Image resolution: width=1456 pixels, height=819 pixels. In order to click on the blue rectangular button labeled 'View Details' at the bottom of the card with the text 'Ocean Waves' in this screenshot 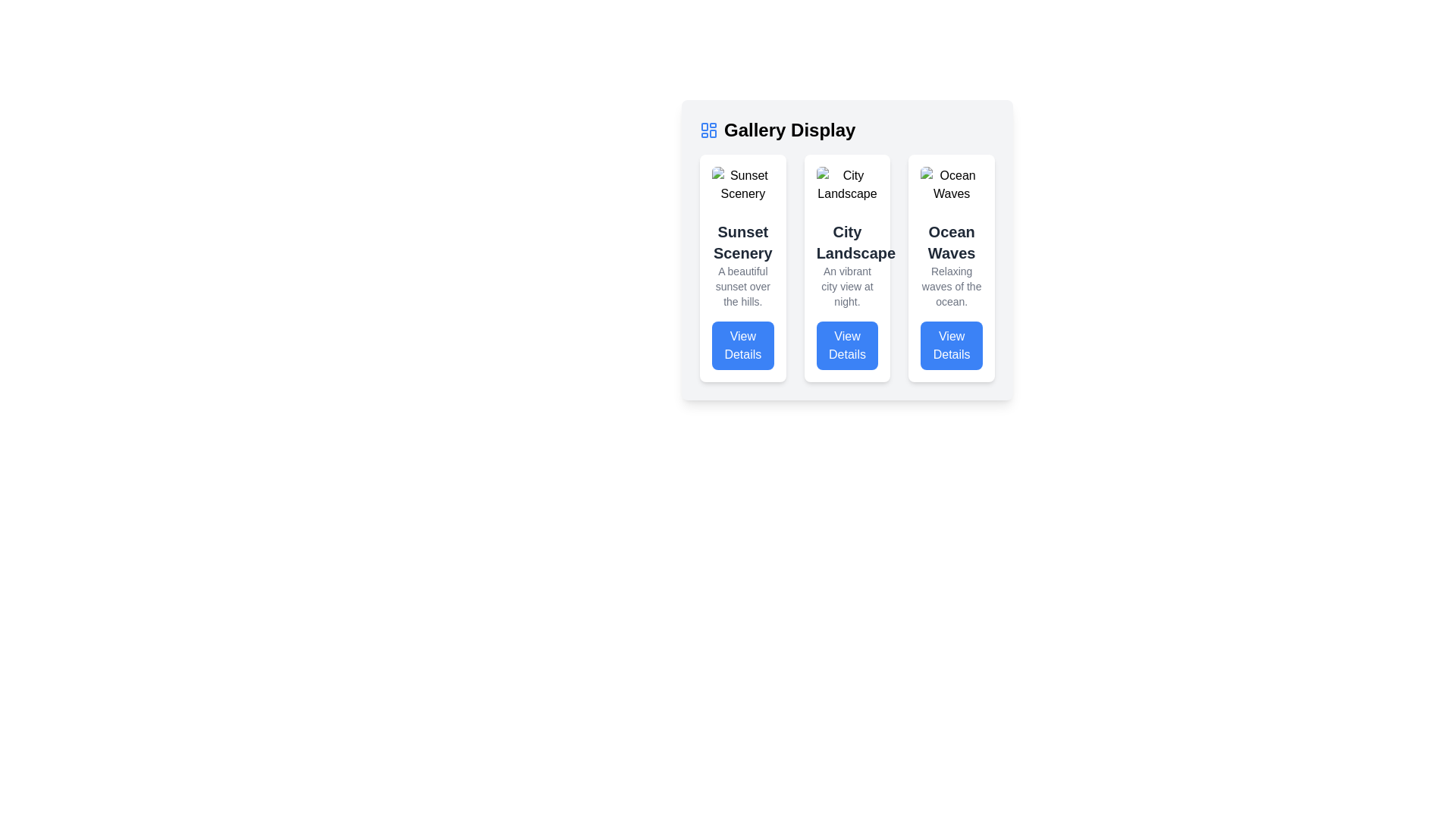, I will do `click(951, 345)`.